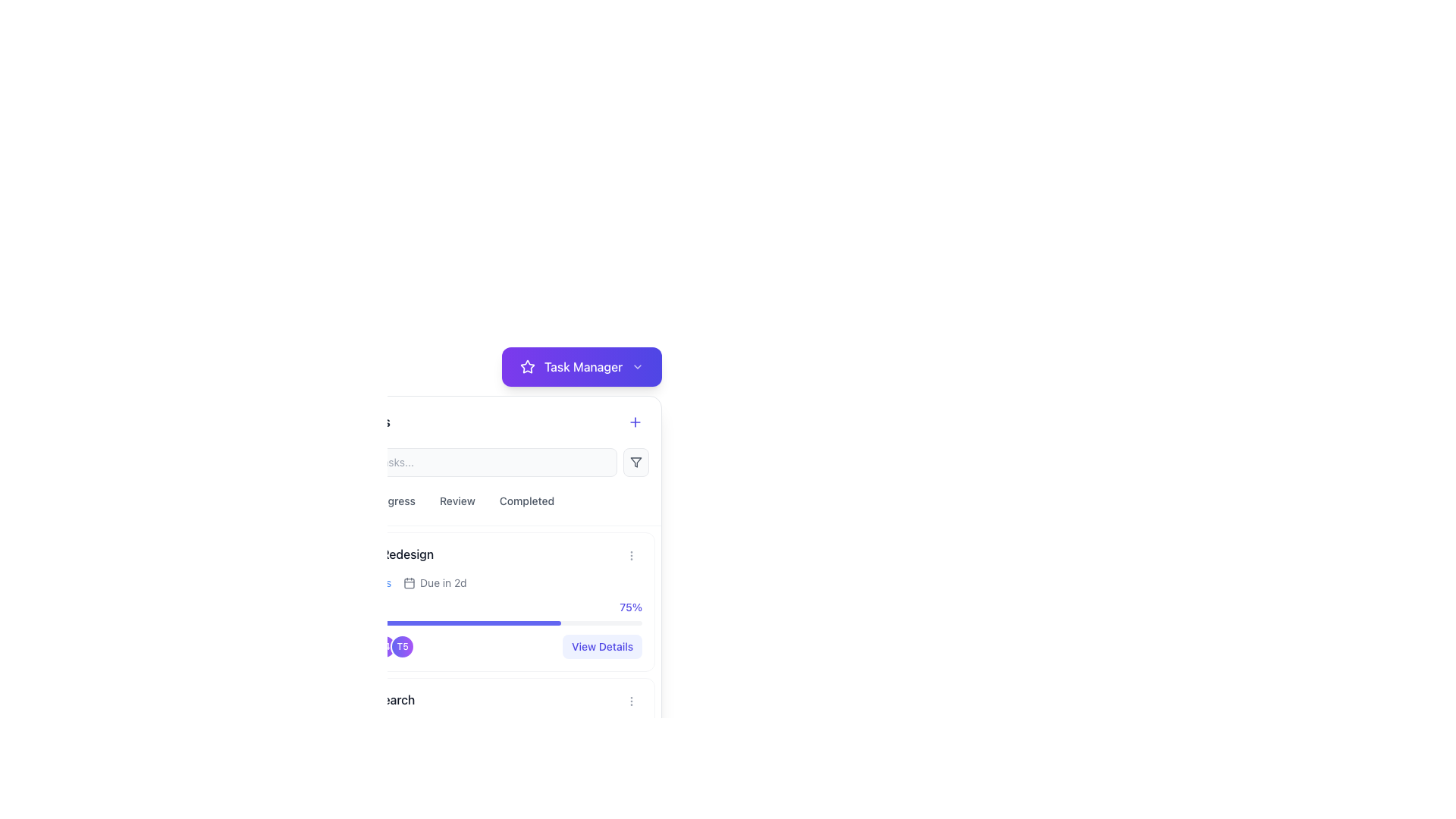 Image resolution: width=1456 pixels, height=819 pixels. I want to click on the interactive square button with rounded corners, featuring a funnel icon in the center, so click(636, 461).